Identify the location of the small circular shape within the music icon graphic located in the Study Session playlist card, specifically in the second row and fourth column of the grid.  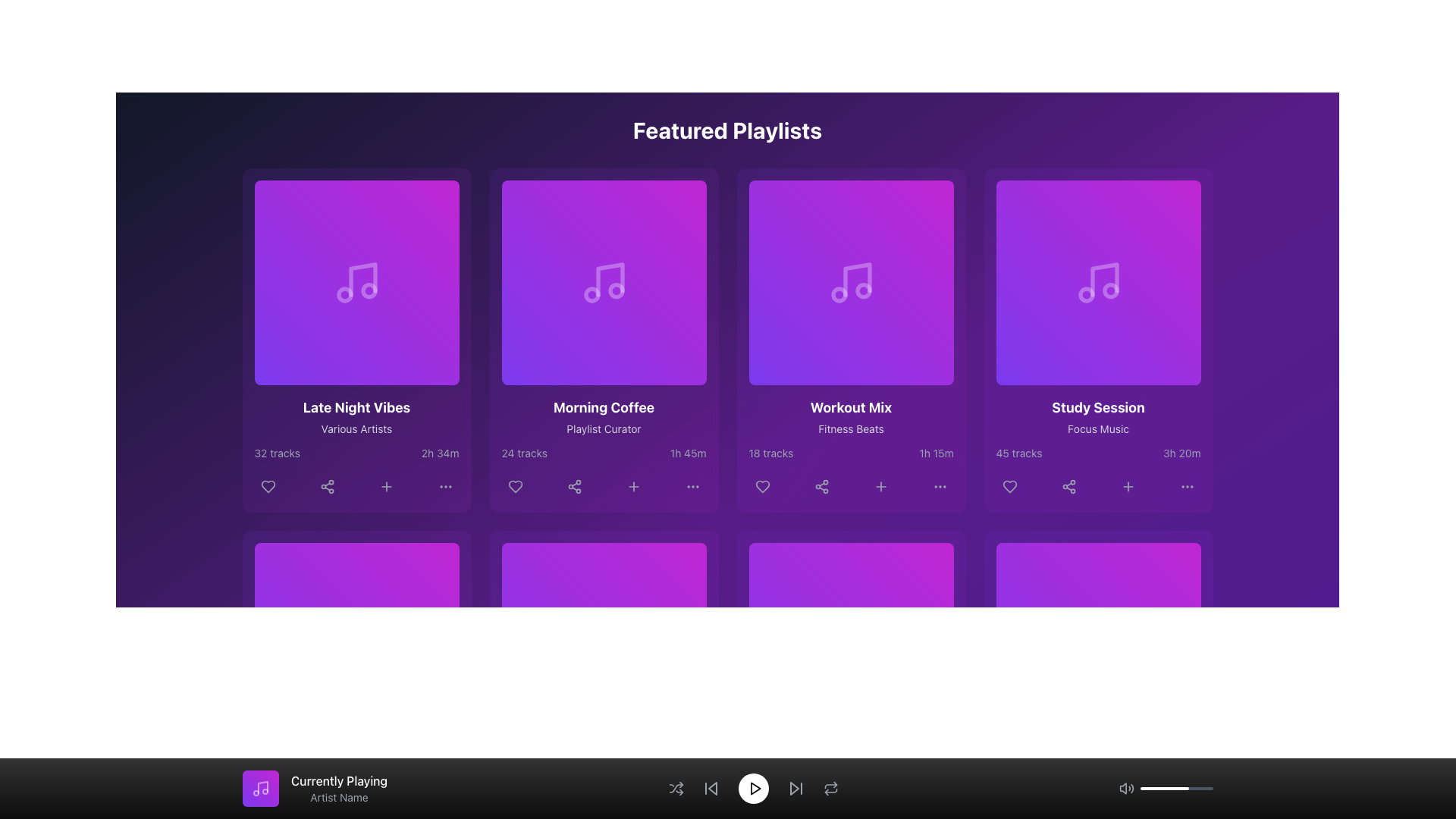
(1110, 290).